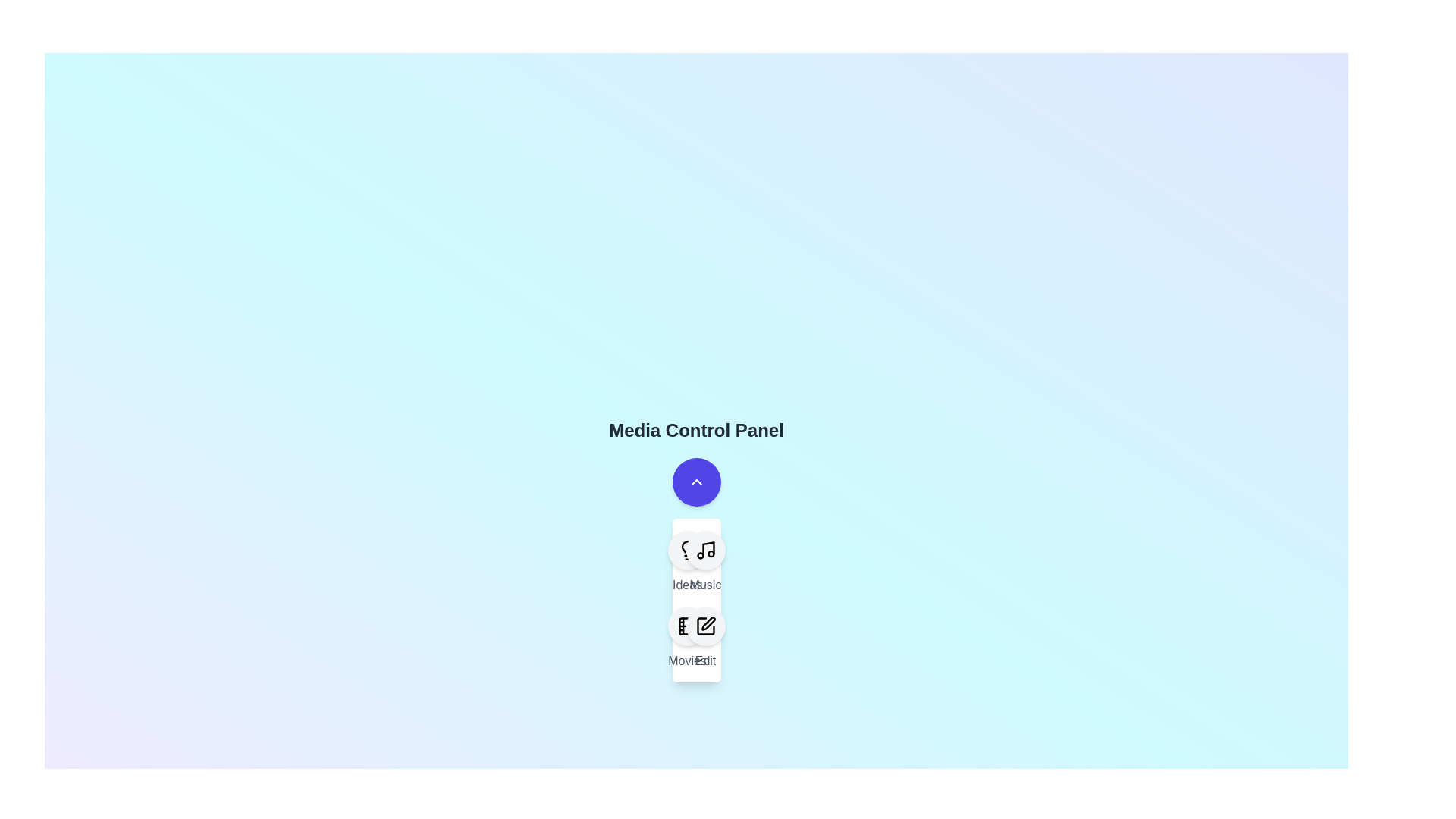 The width and height of the screenshot is (1456, 819). Describe the element at coordinates (695, 482) in the screenshot. I see `the central toggle button to collapse the options menu` at that location.